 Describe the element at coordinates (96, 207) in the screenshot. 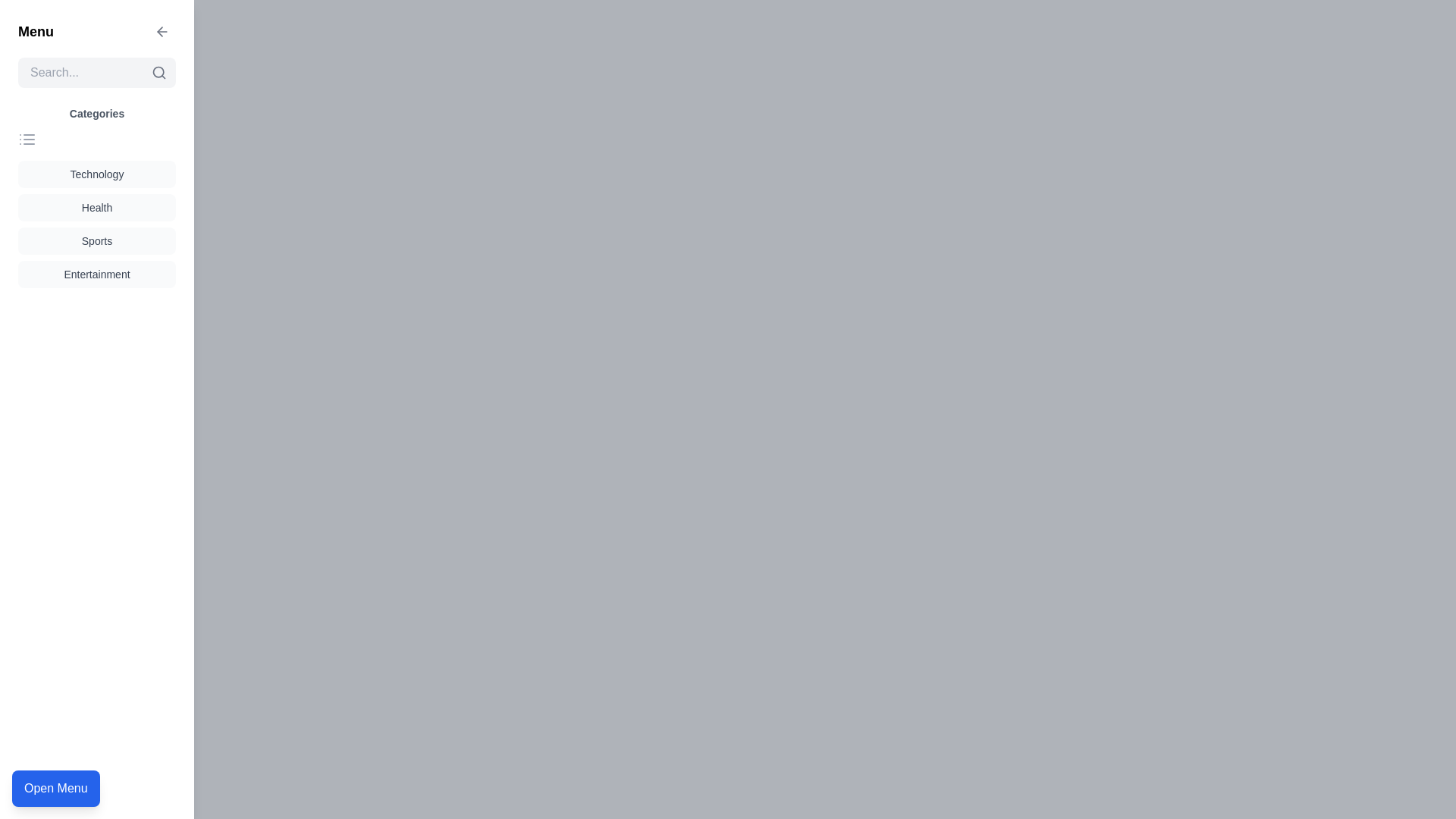

I see `the 'Health' button located in the left sidebar under the 'Categories' heading by` at that location.